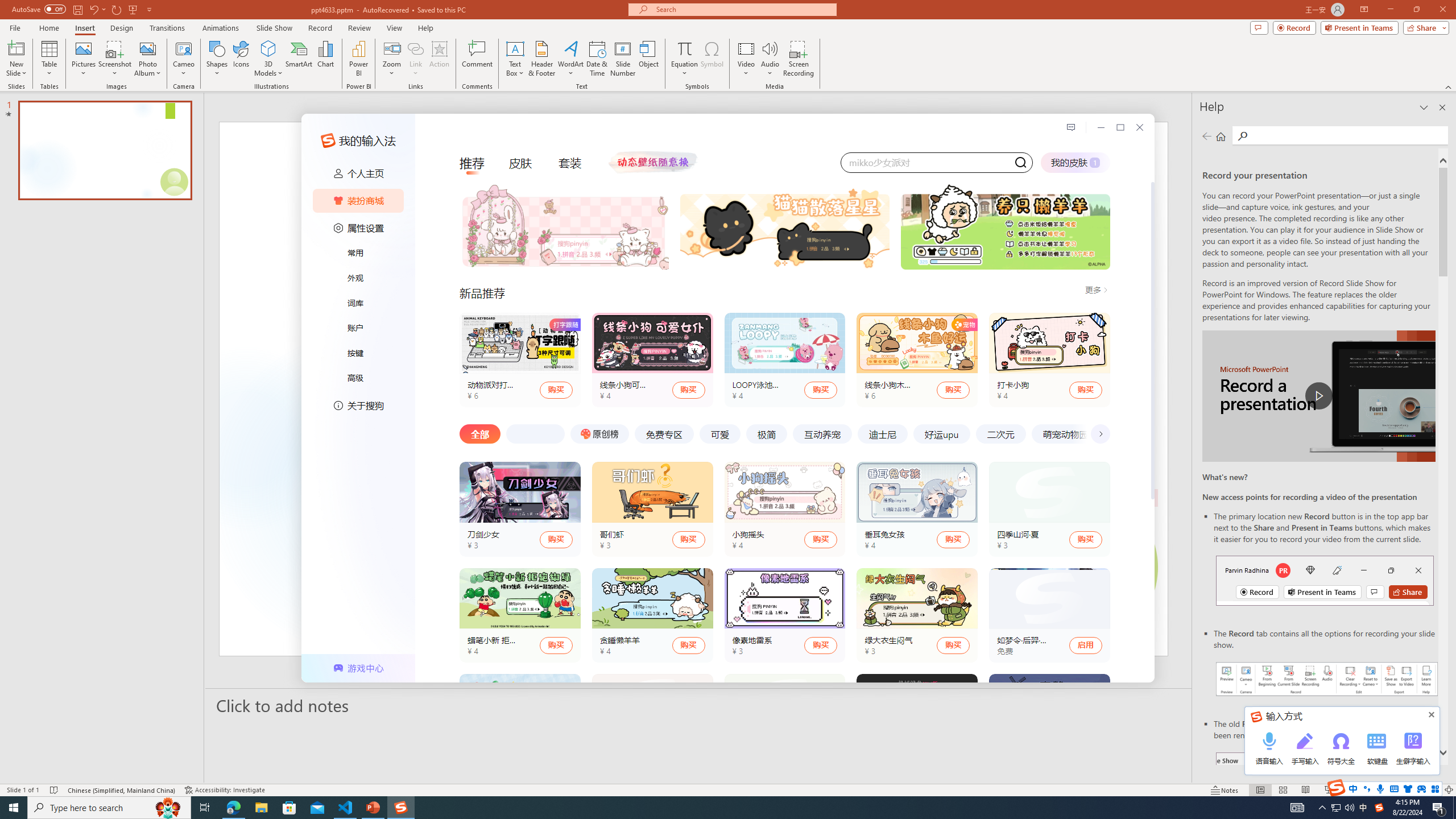 The image size is (1456, 819). I want to click on 'Date & Time...', so click(596, 59).